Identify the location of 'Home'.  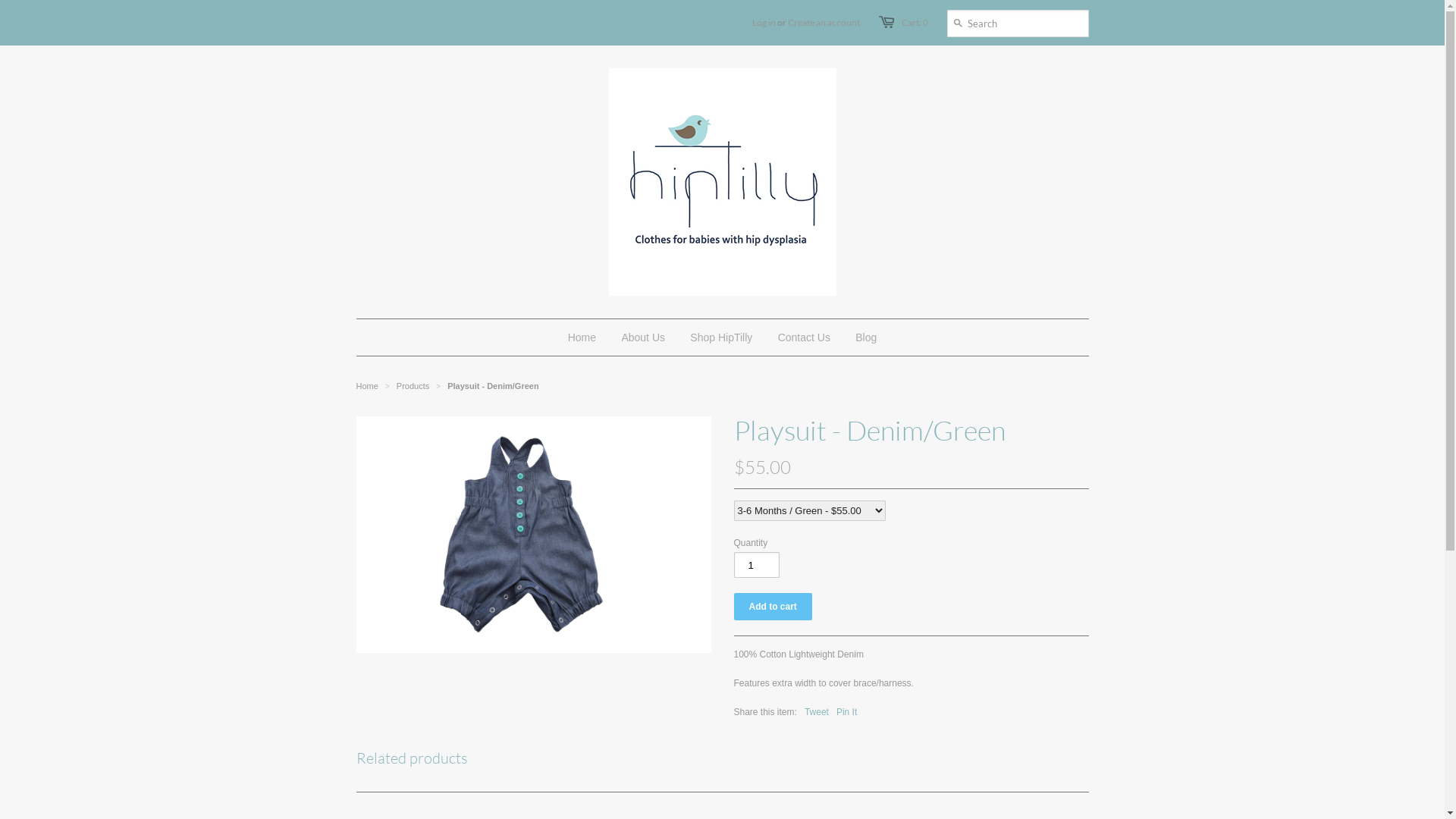
(581, 336).